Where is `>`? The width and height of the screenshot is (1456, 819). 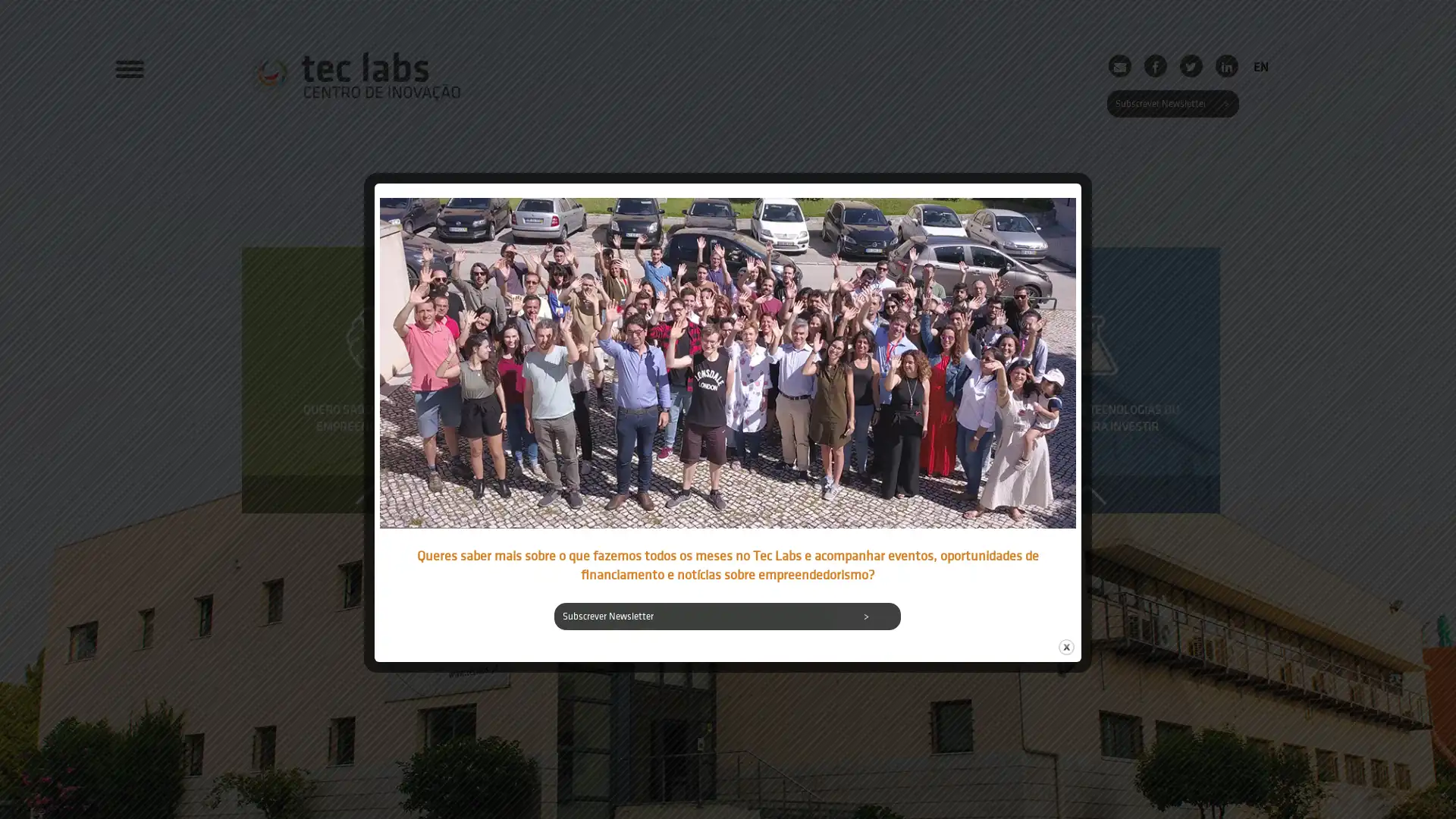 > is located at coordinates (866, 616).